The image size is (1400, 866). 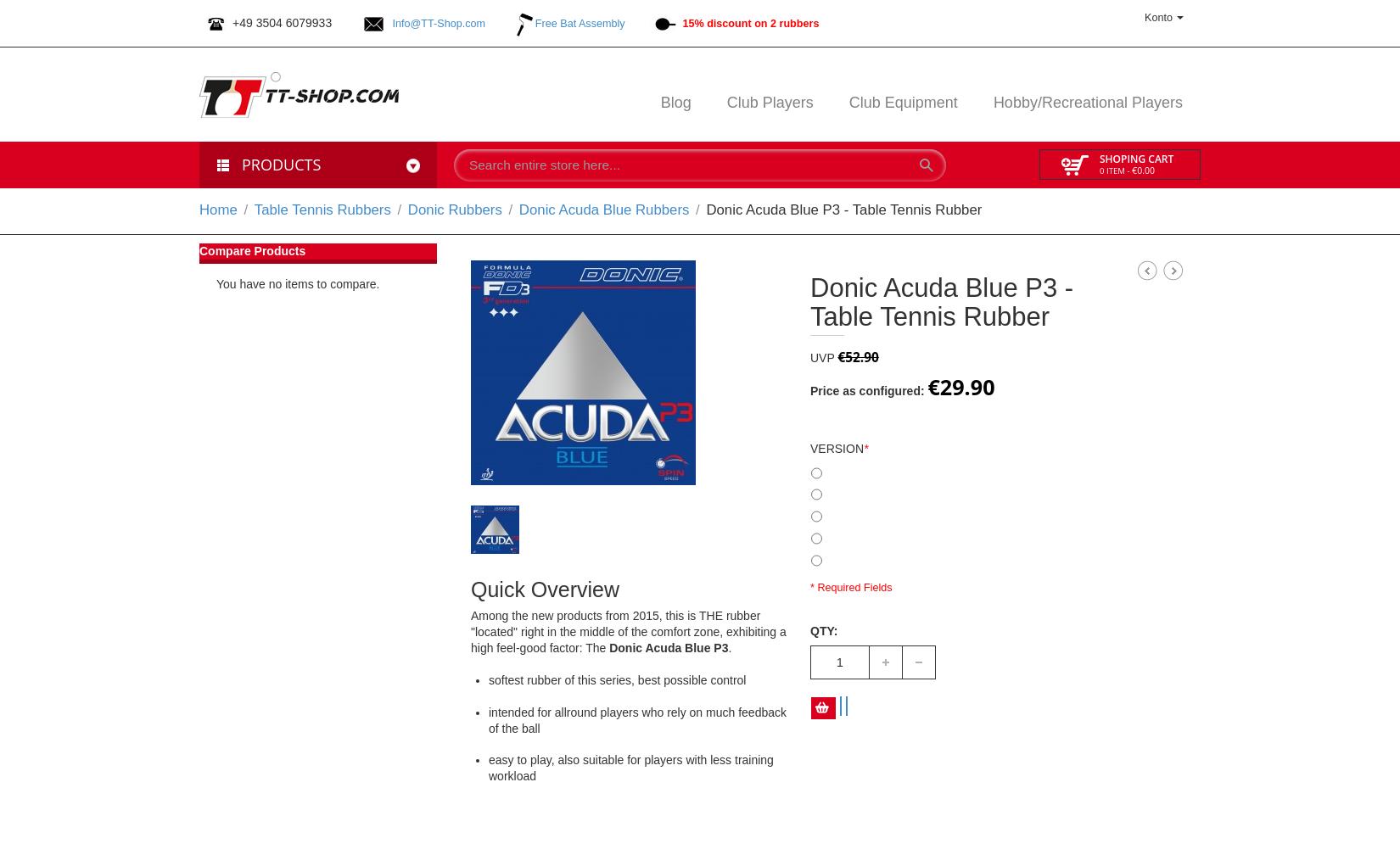 I want to click on 'Free Bat Assembly', so click(x=578, y=22).